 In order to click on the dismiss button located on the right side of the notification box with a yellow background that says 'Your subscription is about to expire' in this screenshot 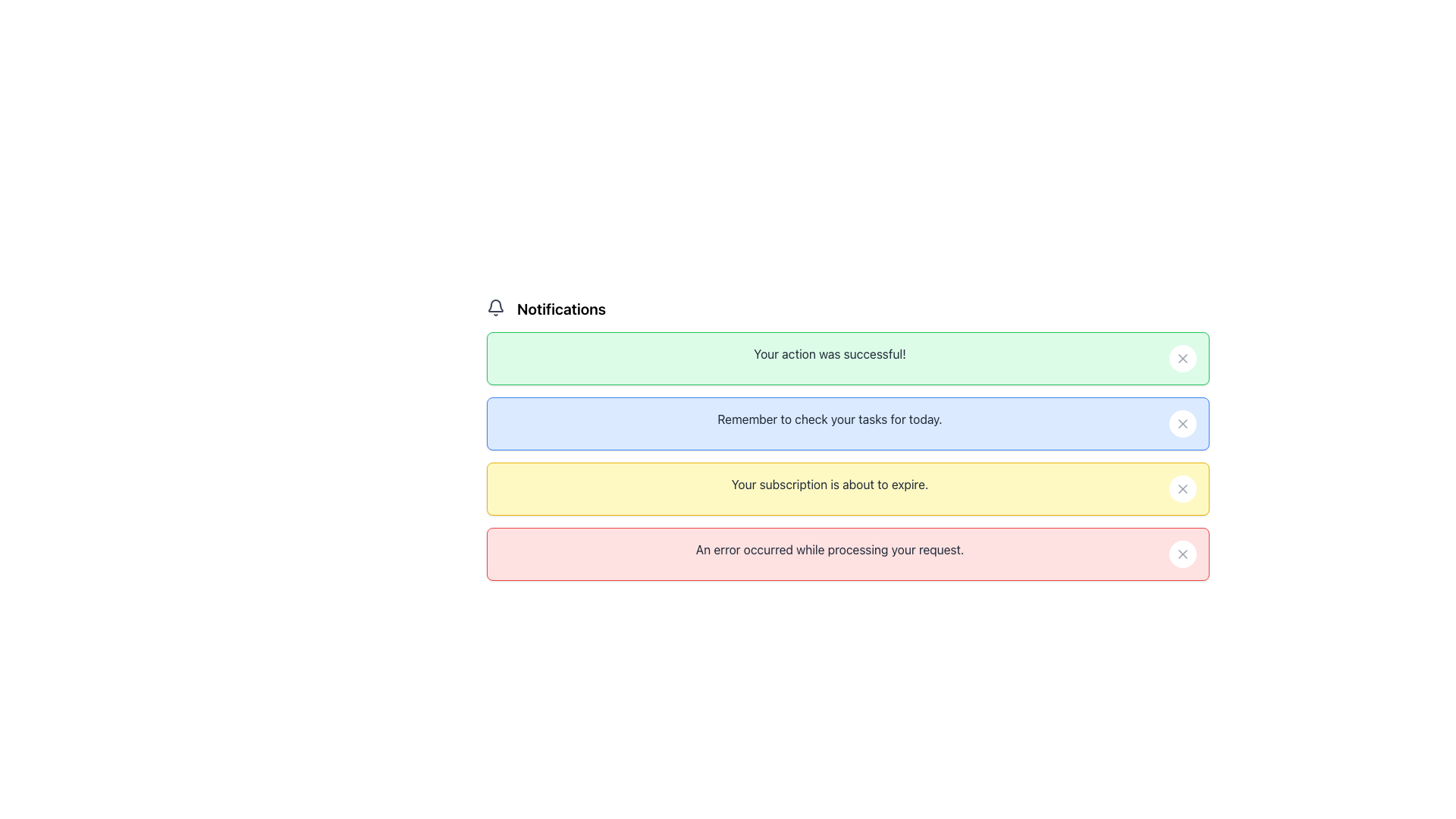, I will do `click(1182, 488)`.